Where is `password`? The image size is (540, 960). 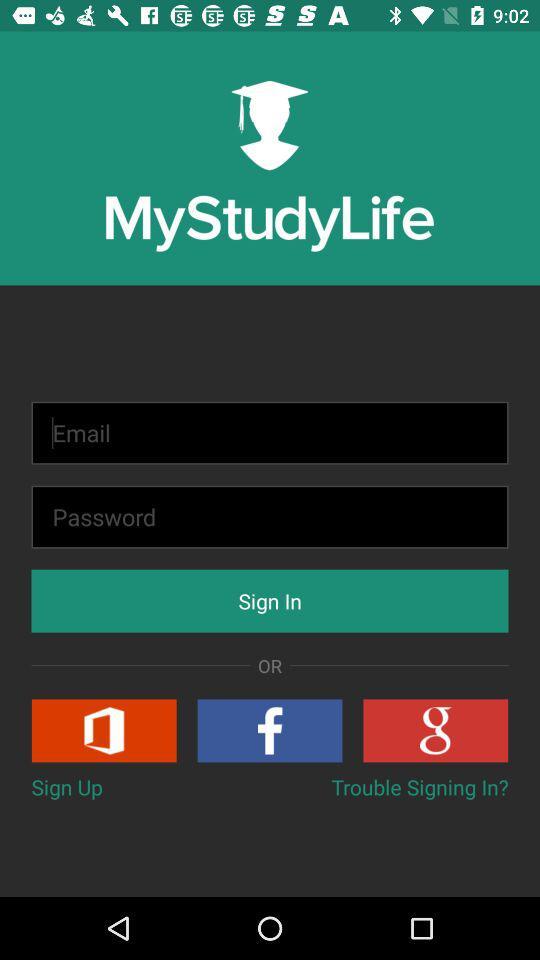
password is located at coordinates (270, 516).